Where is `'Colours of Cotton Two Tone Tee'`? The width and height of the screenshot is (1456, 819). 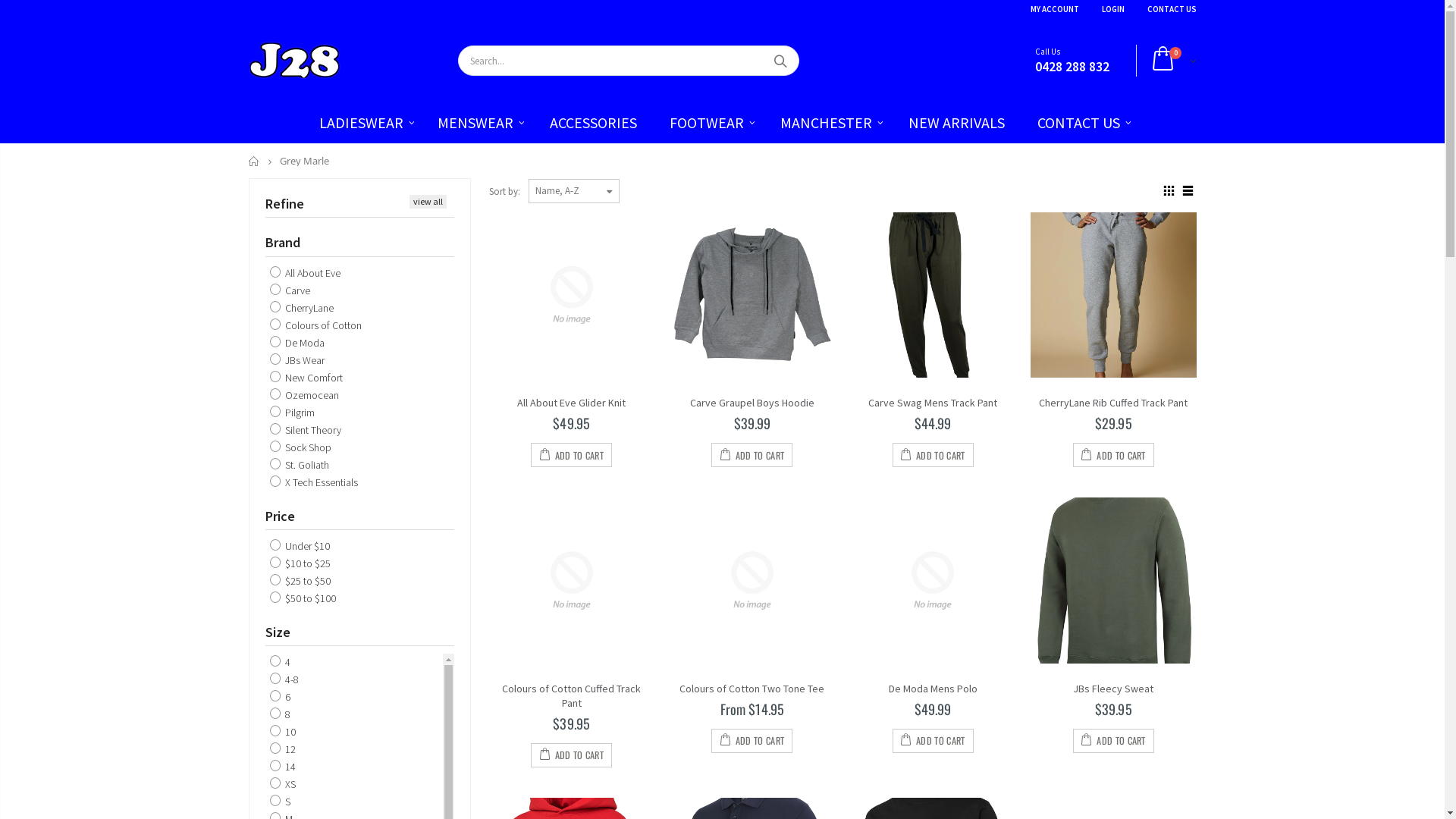 'Colours of Cotton Two Tone Tee' is located at coordinates (679, 688).